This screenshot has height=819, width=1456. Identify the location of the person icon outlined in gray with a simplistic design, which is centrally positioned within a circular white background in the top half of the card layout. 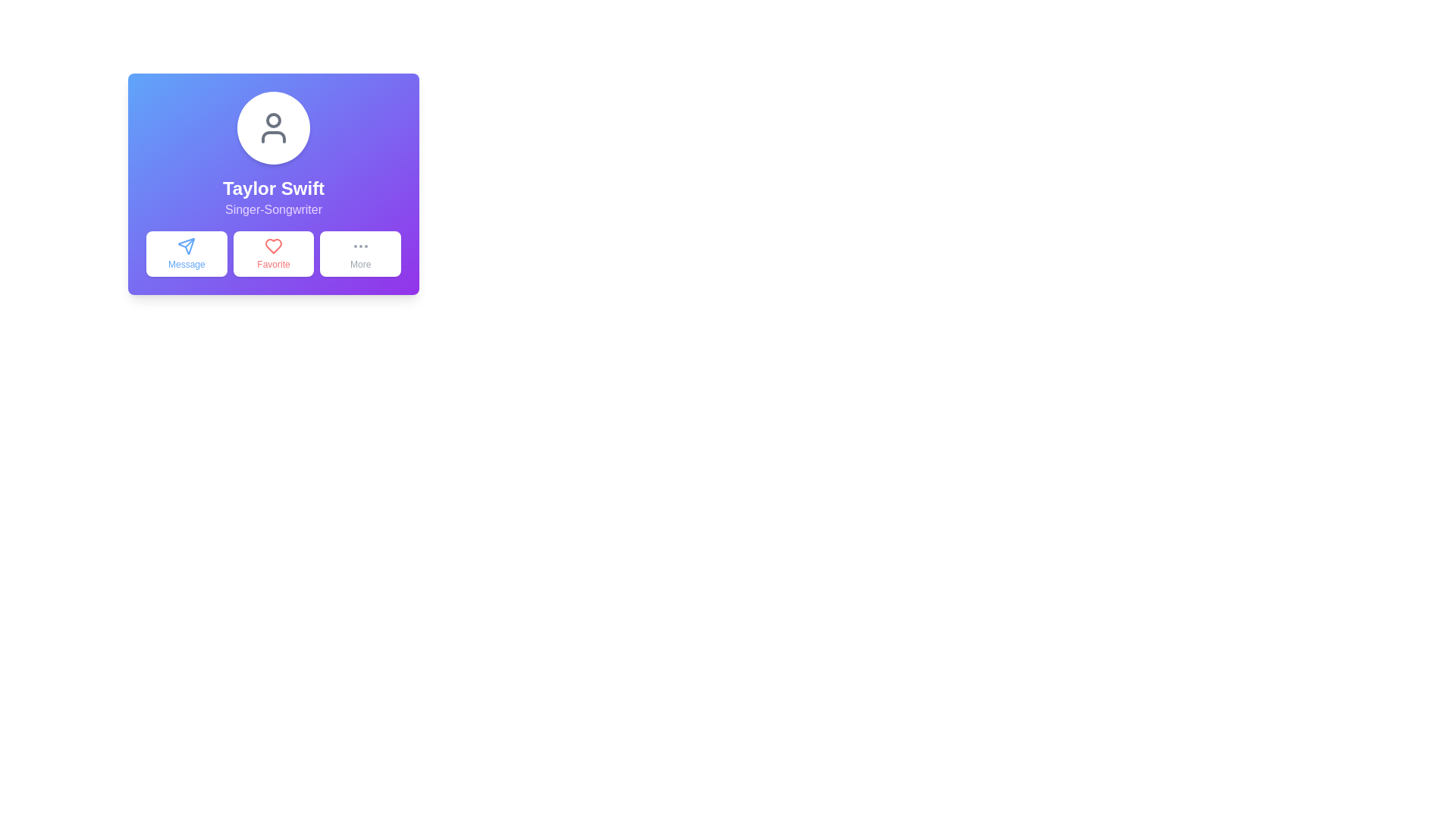
(273, 127).